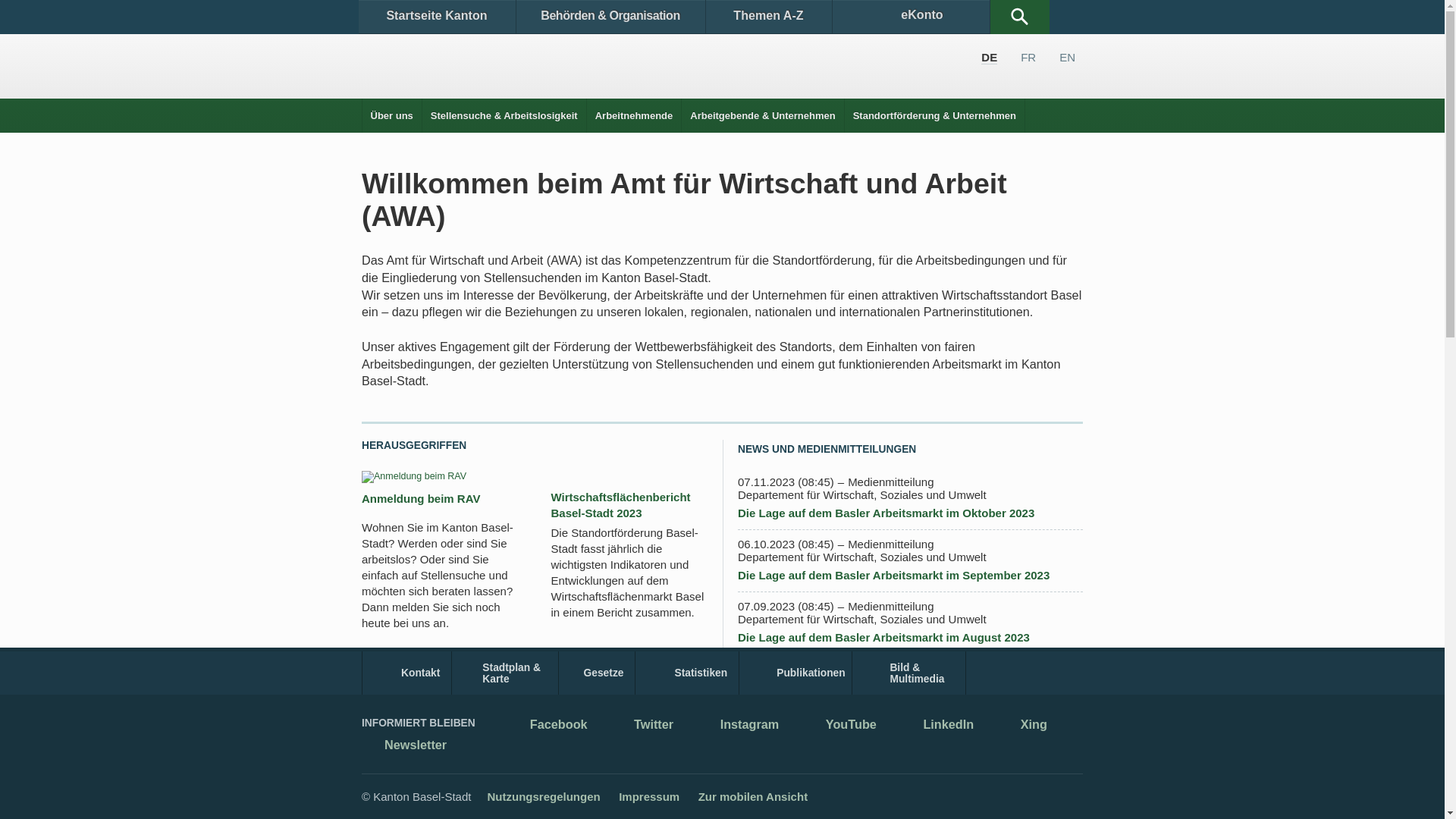 The image size is (1456, 819). I want to click on 'FR', so click(1020, 56).